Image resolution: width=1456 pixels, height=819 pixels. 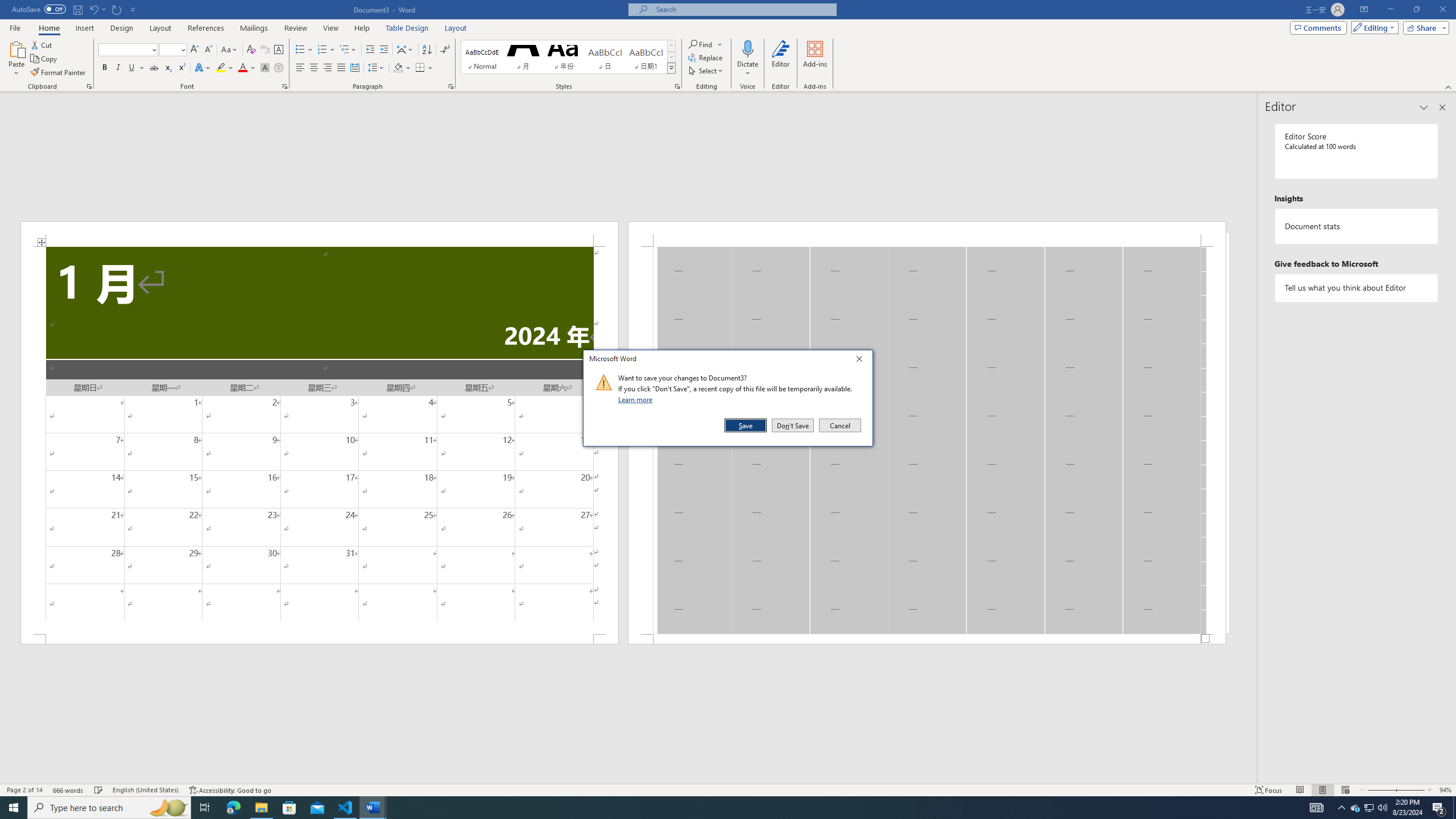 I want to click on 'Repeat Copy', so click(x=117, y=9).